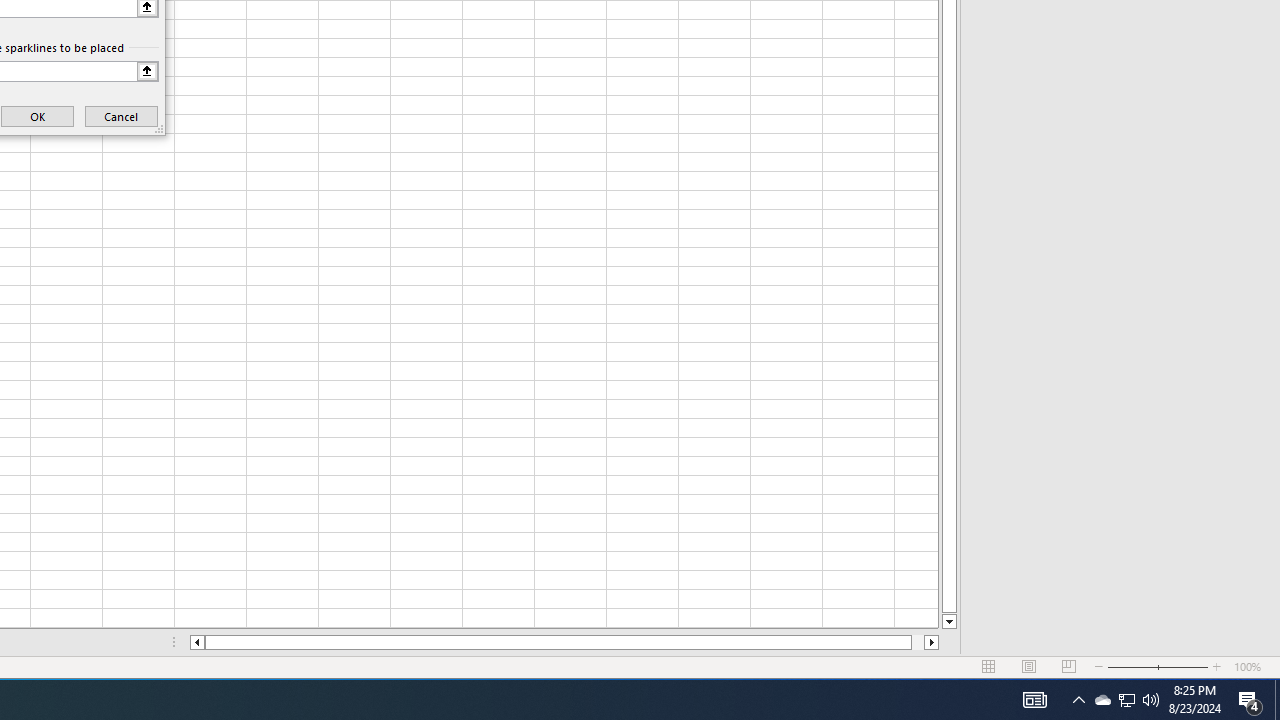 This screenshot has width=1280, height=720. What do you see at coordinates (948, 621) in the screenshot?
I see `'Line down'` at bounding box center [948, 621].